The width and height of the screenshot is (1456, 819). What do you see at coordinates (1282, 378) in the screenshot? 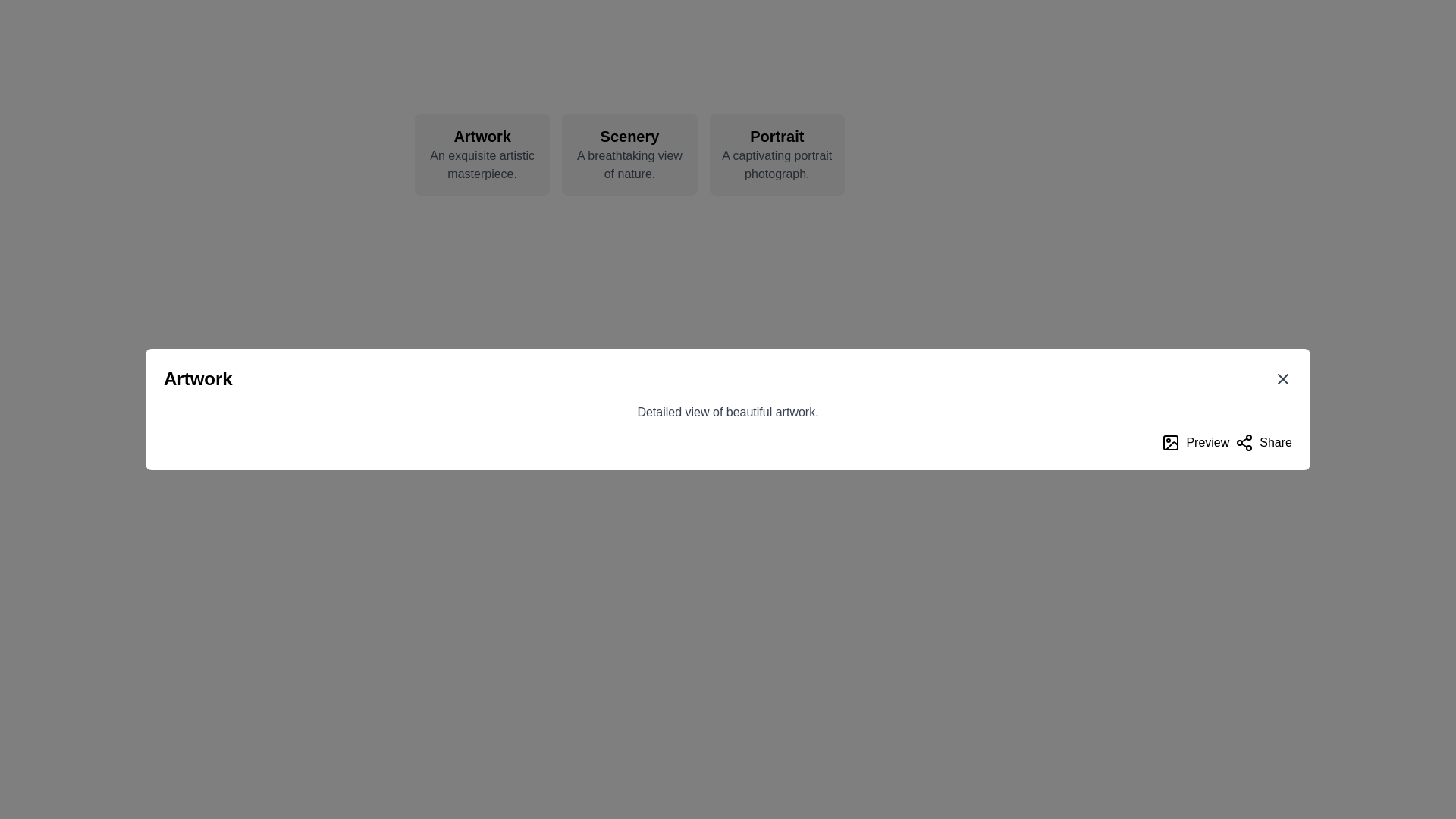
I see `the close button icon located at the top-right corner inside the modal` at bounding box center [1282, 378].